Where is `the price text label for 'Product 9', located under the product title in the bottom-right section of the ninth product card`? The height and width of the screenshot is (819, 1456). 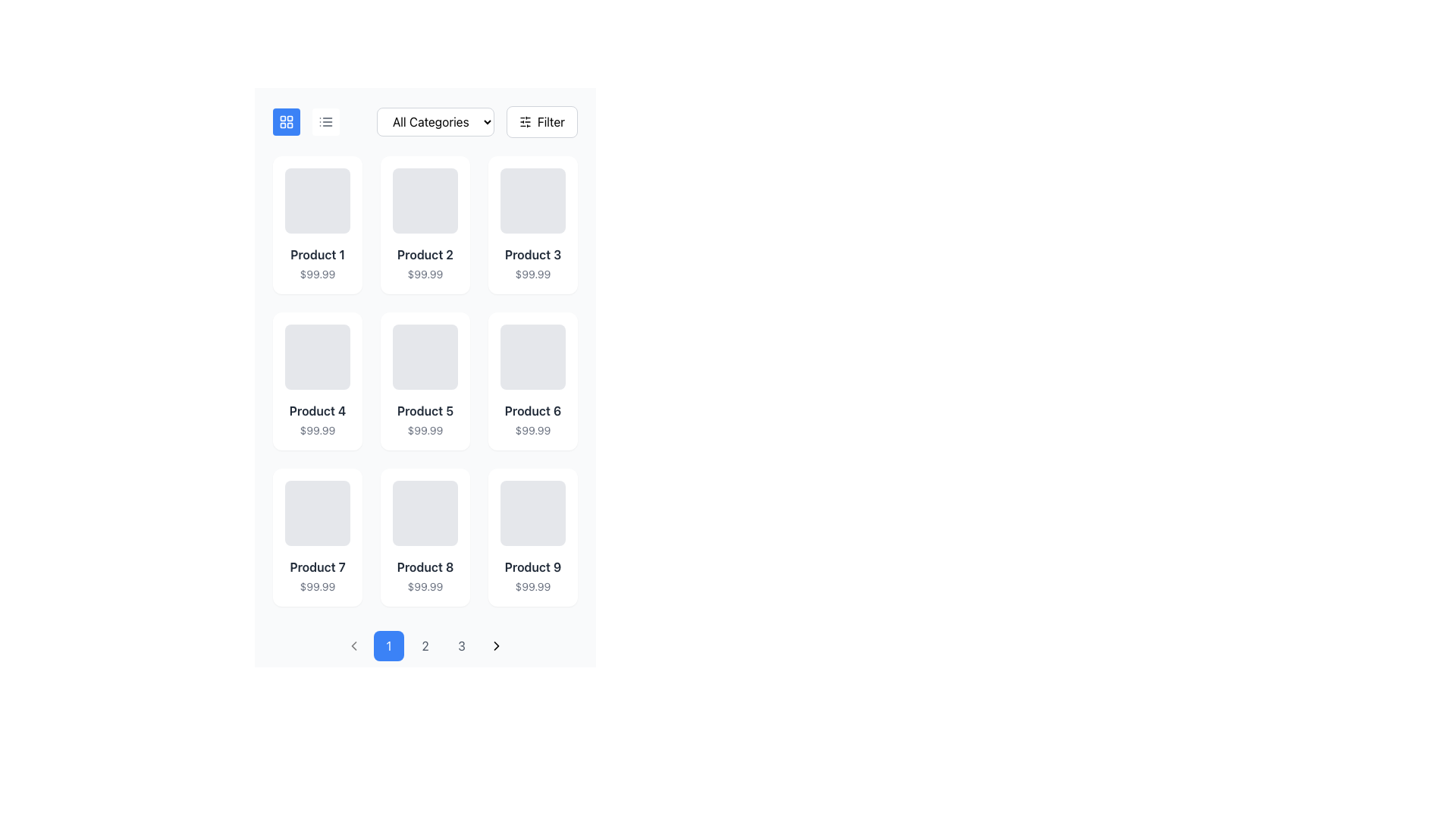
the price text label for 'Product 9', located under the product title in the bottom-right section of the ninth product card is located at coordinates (532, 586).